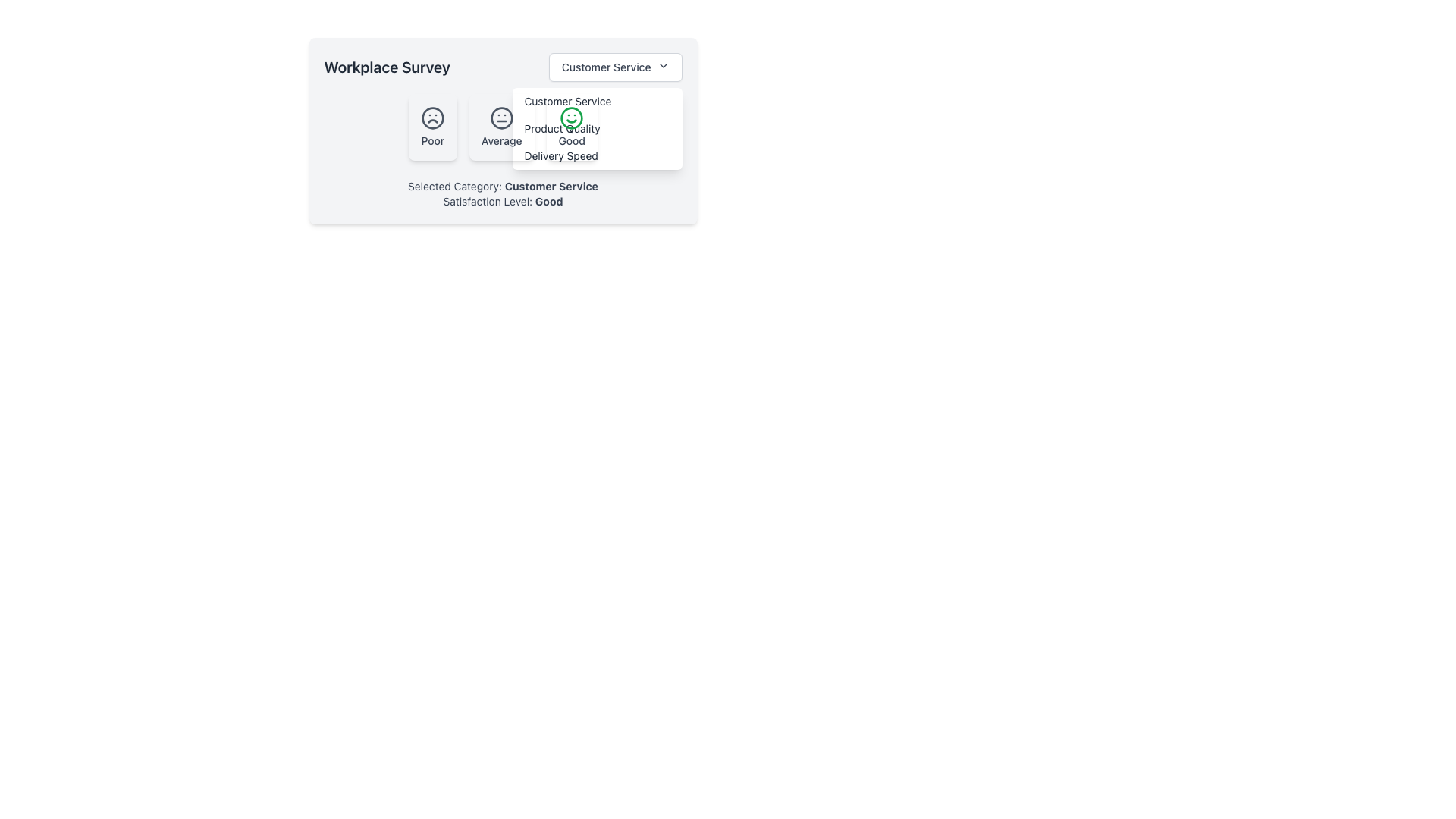 This screenshot has width=1456, height=819. Describe the element at coordinates (571, 117) in the screenshot. I see `the circular smiling face icon with a green outline, located above the 'Good' label in the user ratings card` at that location.